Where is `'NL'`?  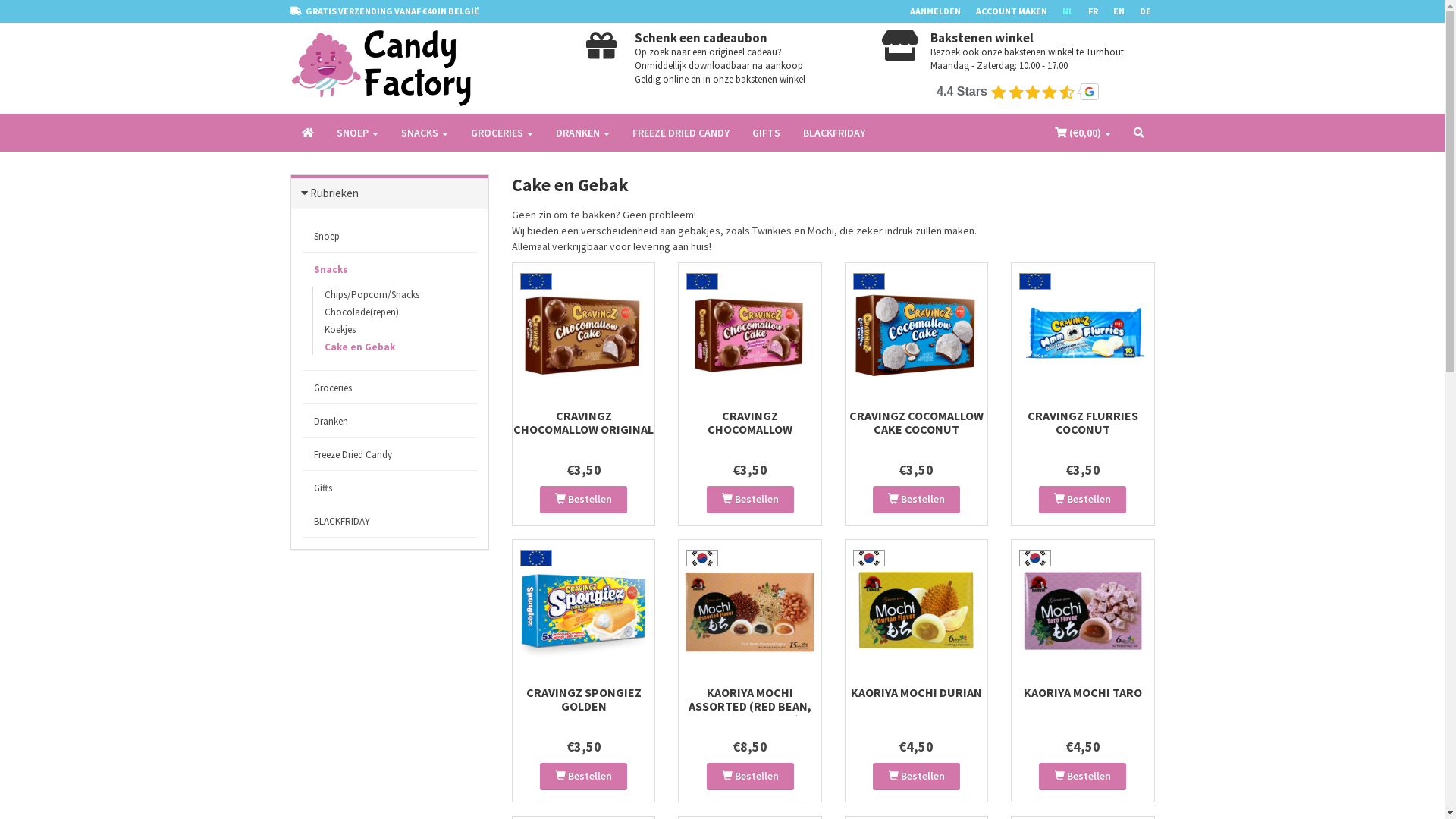 'NL' is located at coordinates (1073, 11).